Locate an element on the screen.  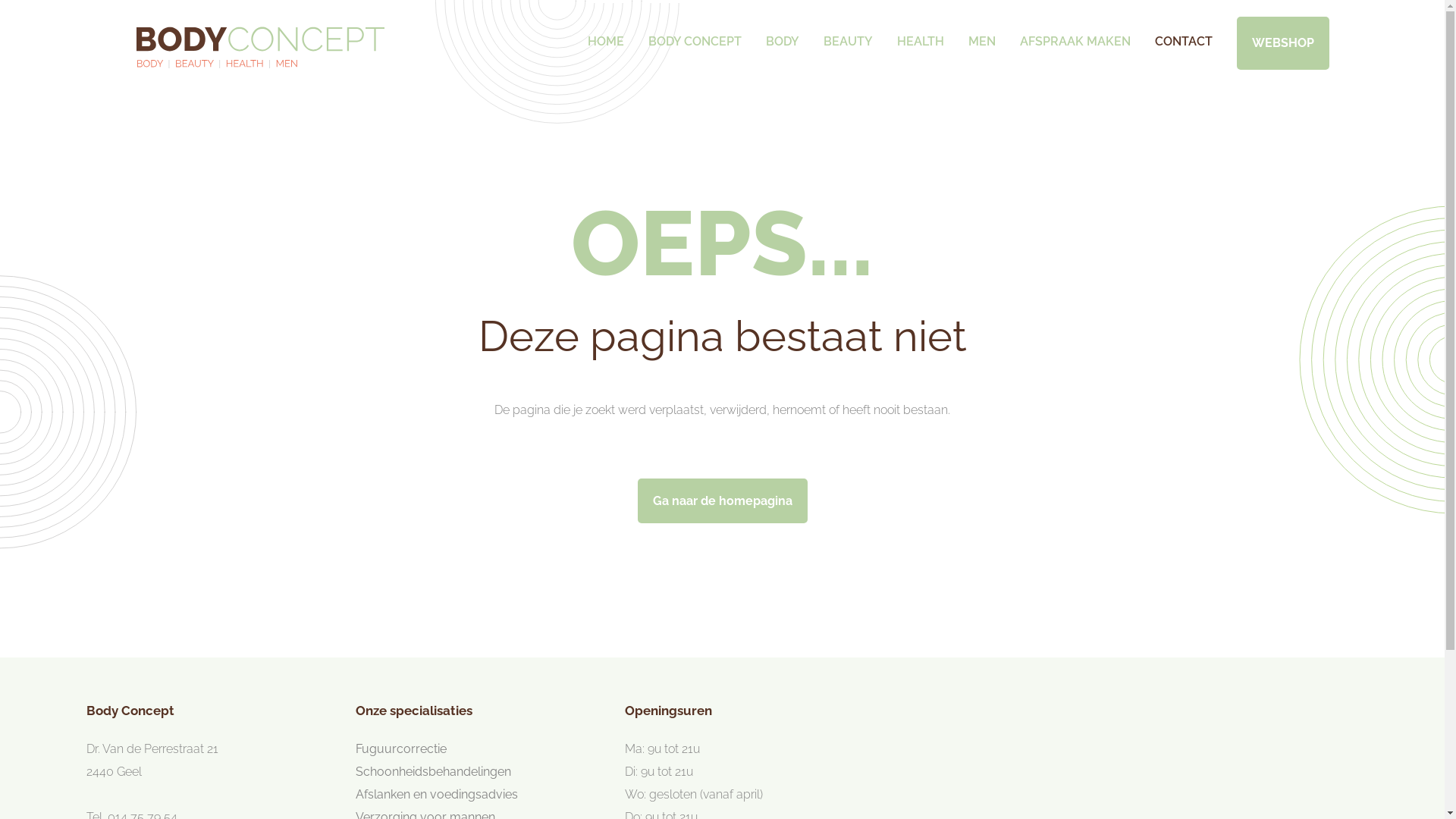
'Afslanken en voedingsadvies' is located at coordinates (436, 793).